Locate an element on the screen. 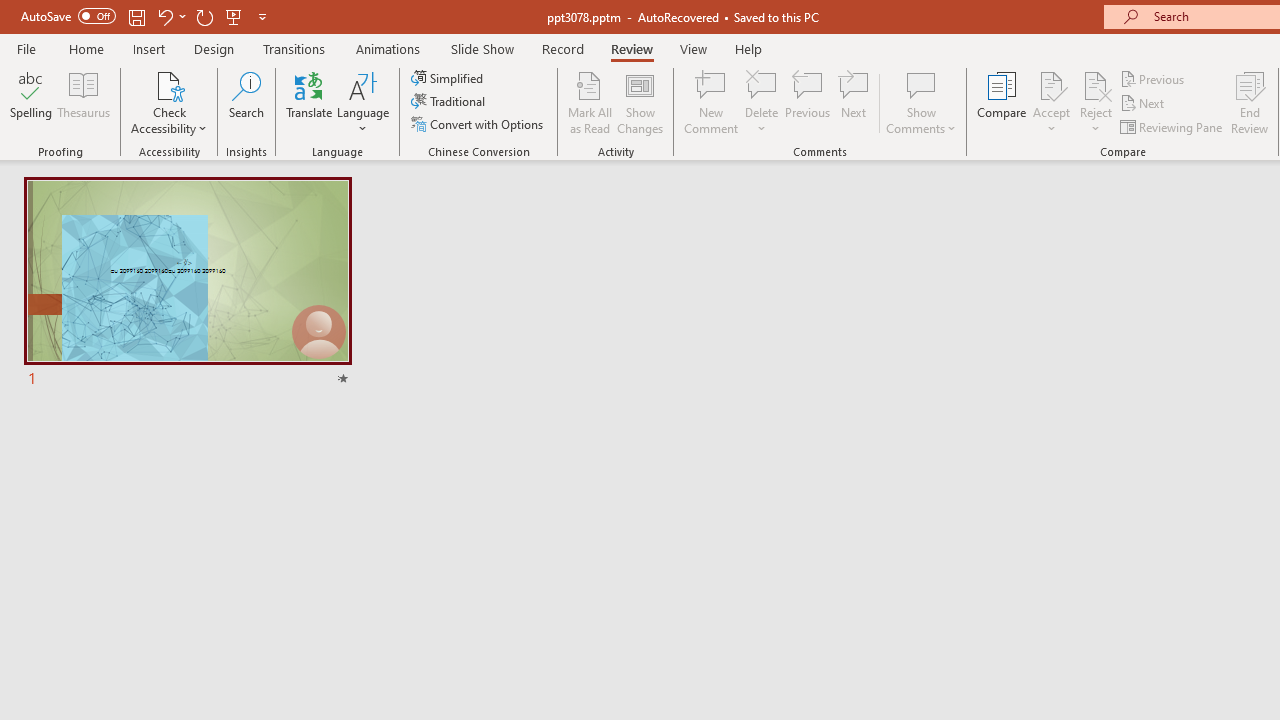 The height and width of the screenshot is (720, 1280). 'Show Changes' is located at coordinates (640, 103).